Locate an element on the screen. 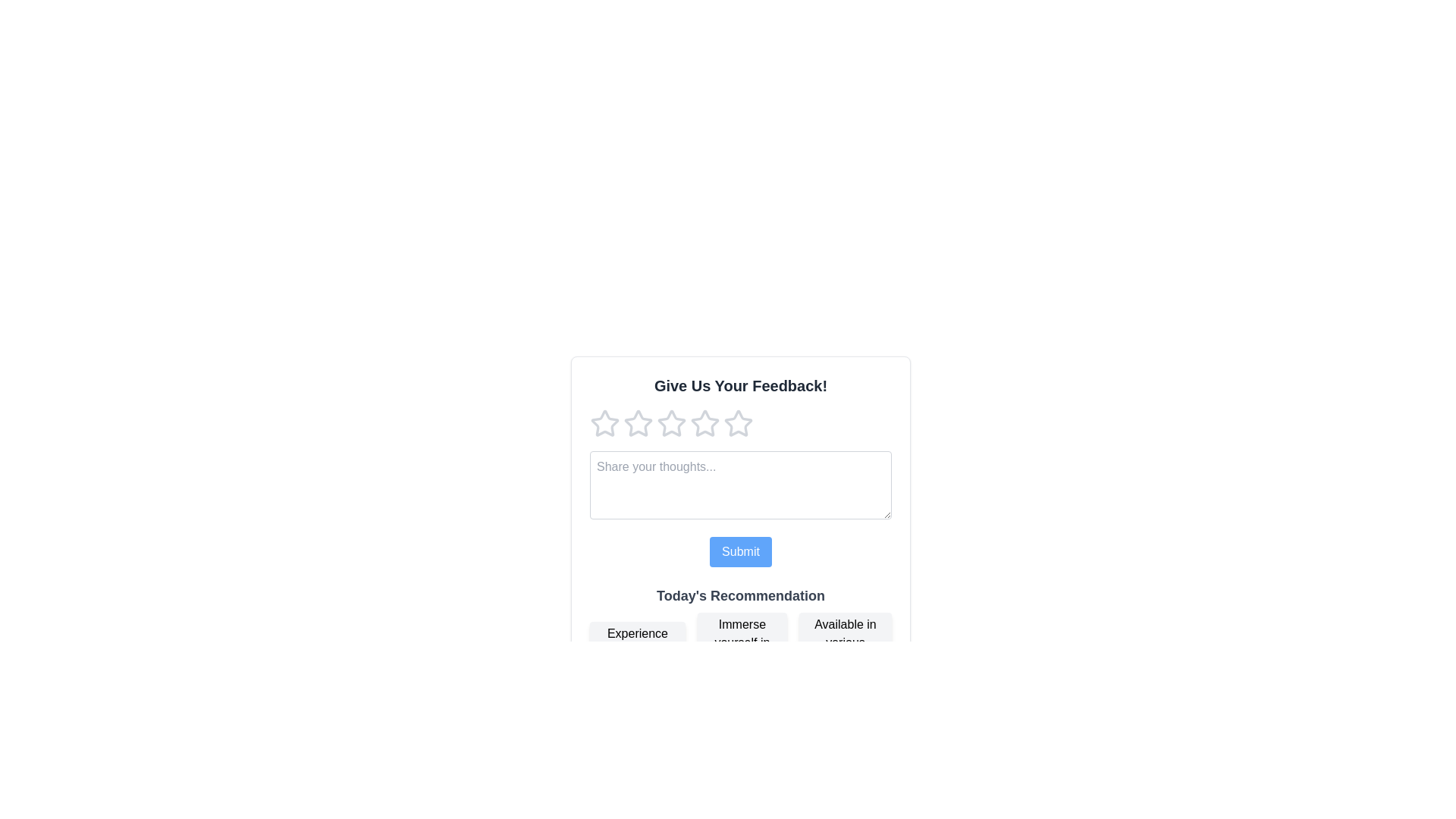 The image size is (1456, 819). the first hollow gray star in the rating interface is located at coordinates (638, 423).